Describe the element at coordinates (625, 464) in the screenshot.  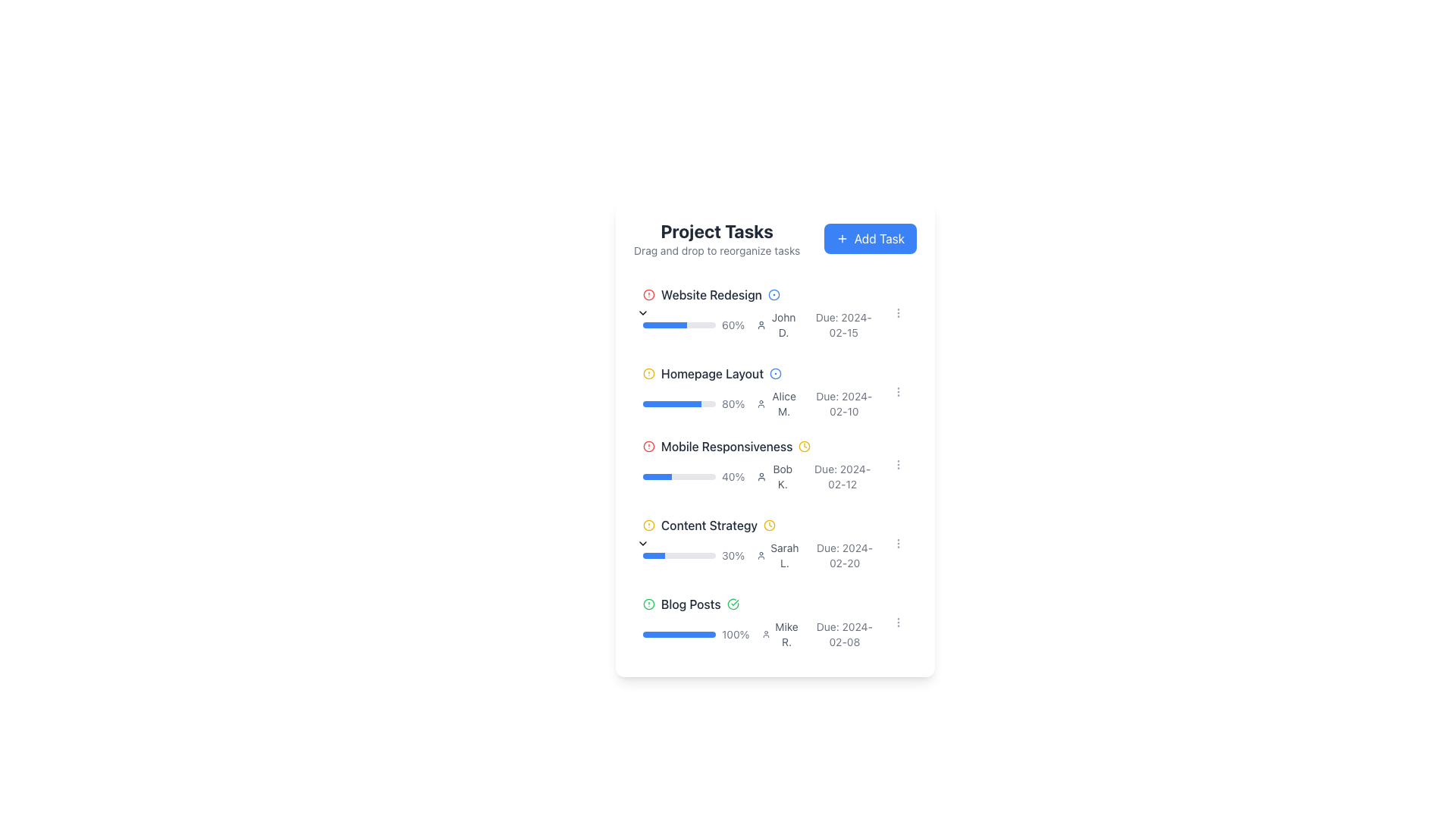
I see `the draggable handle located at the leftmost part of the 'Mobile Responsiveness' task list row` at that location.